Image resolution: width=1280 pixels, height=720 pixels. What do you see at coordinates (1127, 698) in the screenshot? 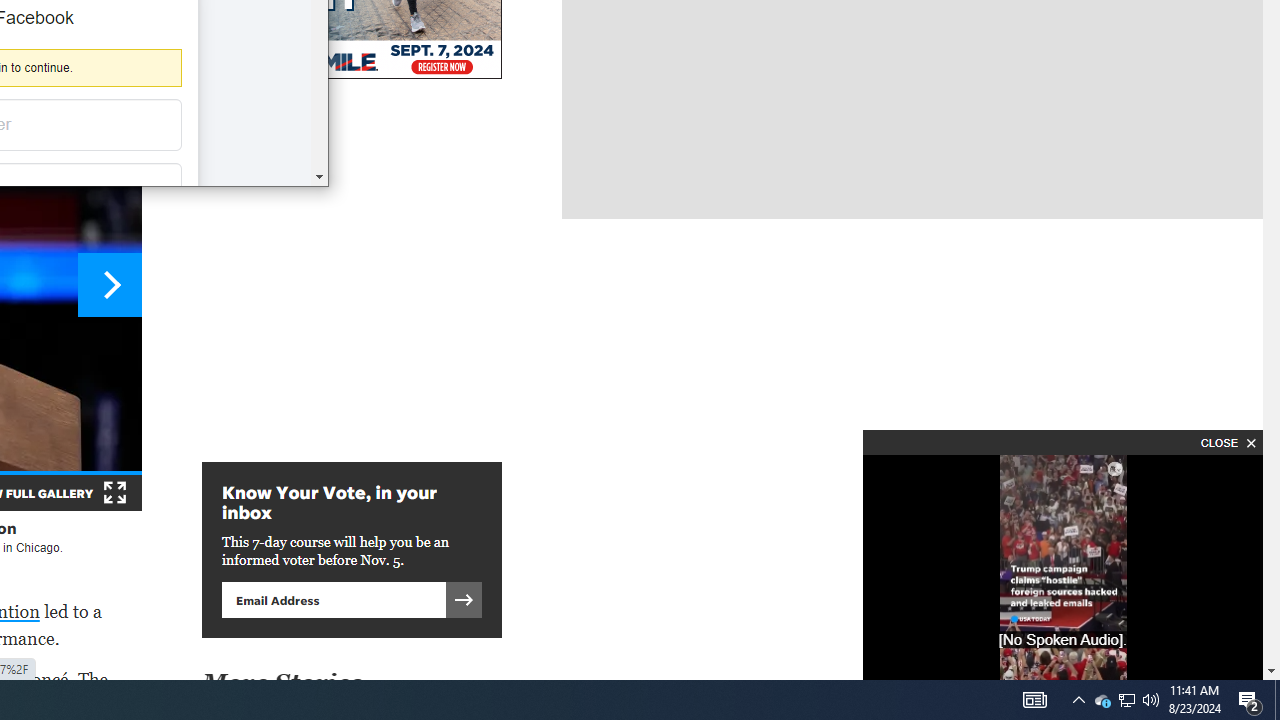
I see `'User Promoted Notification Area'` at bounding box center [1127, 698].